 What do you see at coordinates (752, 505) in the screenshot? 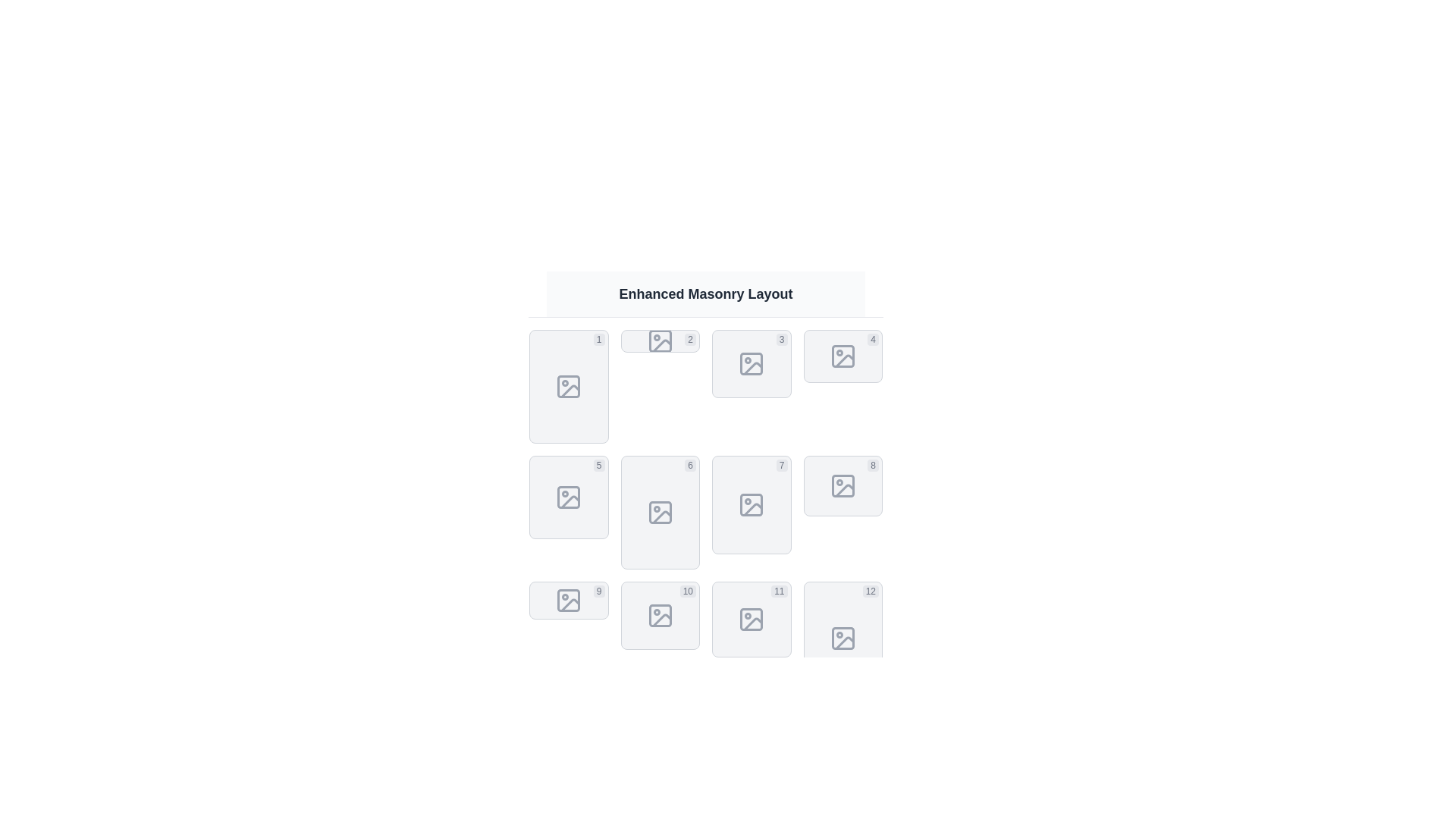
I see `the light gray rounded rectangle graphic element located in the center of the seventh item in a 12-item grid layout` at bounding box center [752, 505].